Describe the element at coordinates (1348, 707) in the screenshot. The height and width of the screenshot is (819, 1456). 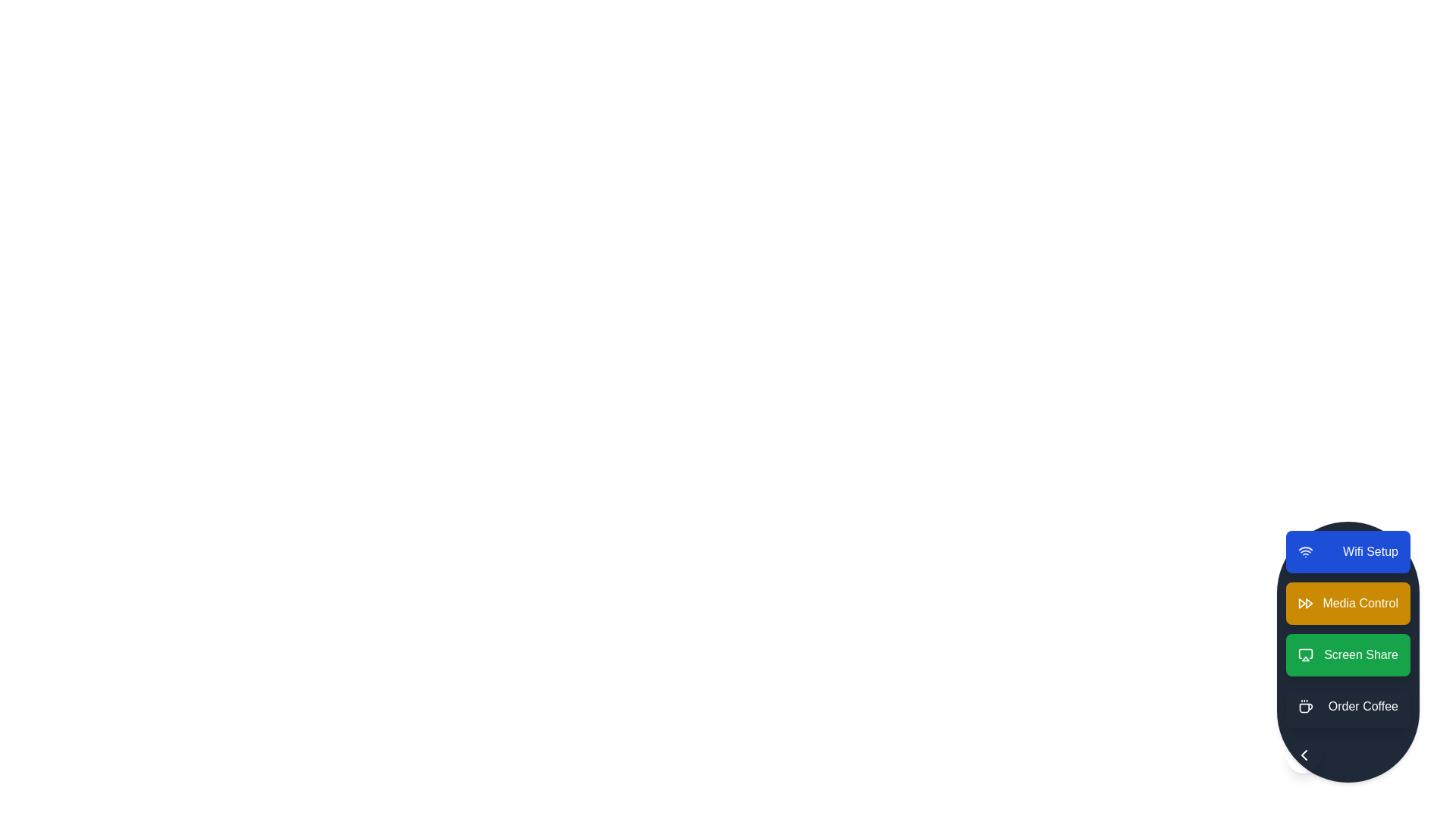
I see `the action item labeled Order Coffee to observe visual feedback` at that location.